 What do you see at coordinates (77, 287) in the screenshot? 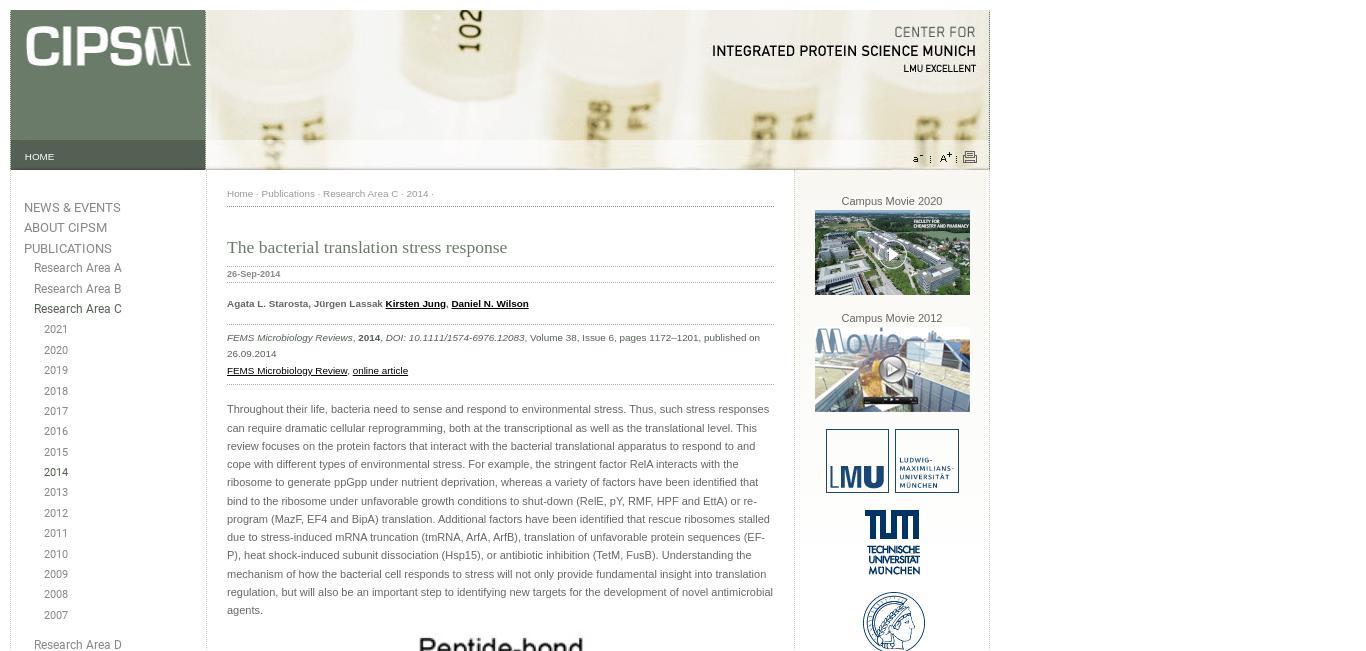
I see `'Research Area B'` at bounding box center [77, 287].